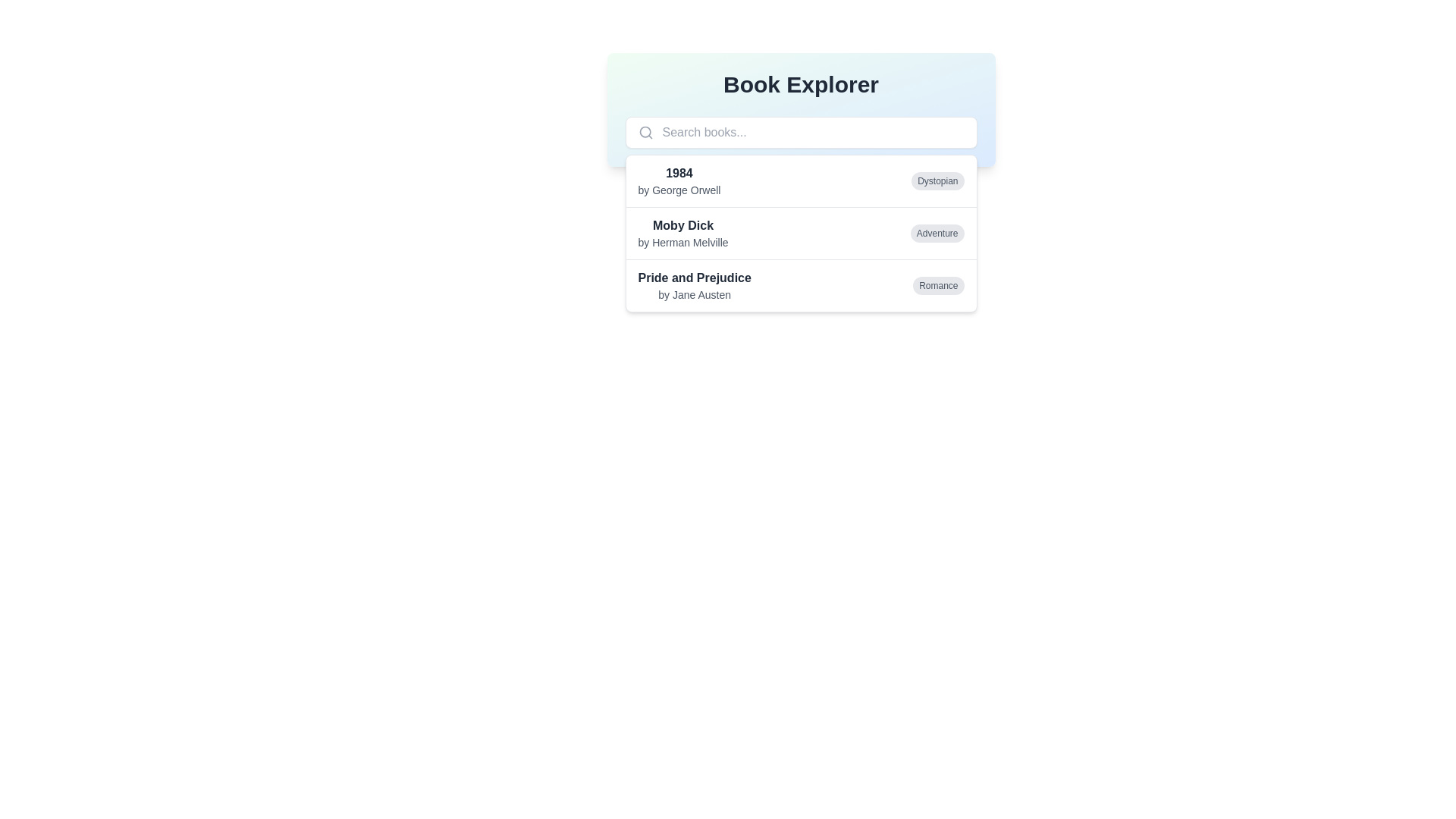  I want to click on the information card displaying details about the book '1984', which is the topmost entry, so click(800, 180).